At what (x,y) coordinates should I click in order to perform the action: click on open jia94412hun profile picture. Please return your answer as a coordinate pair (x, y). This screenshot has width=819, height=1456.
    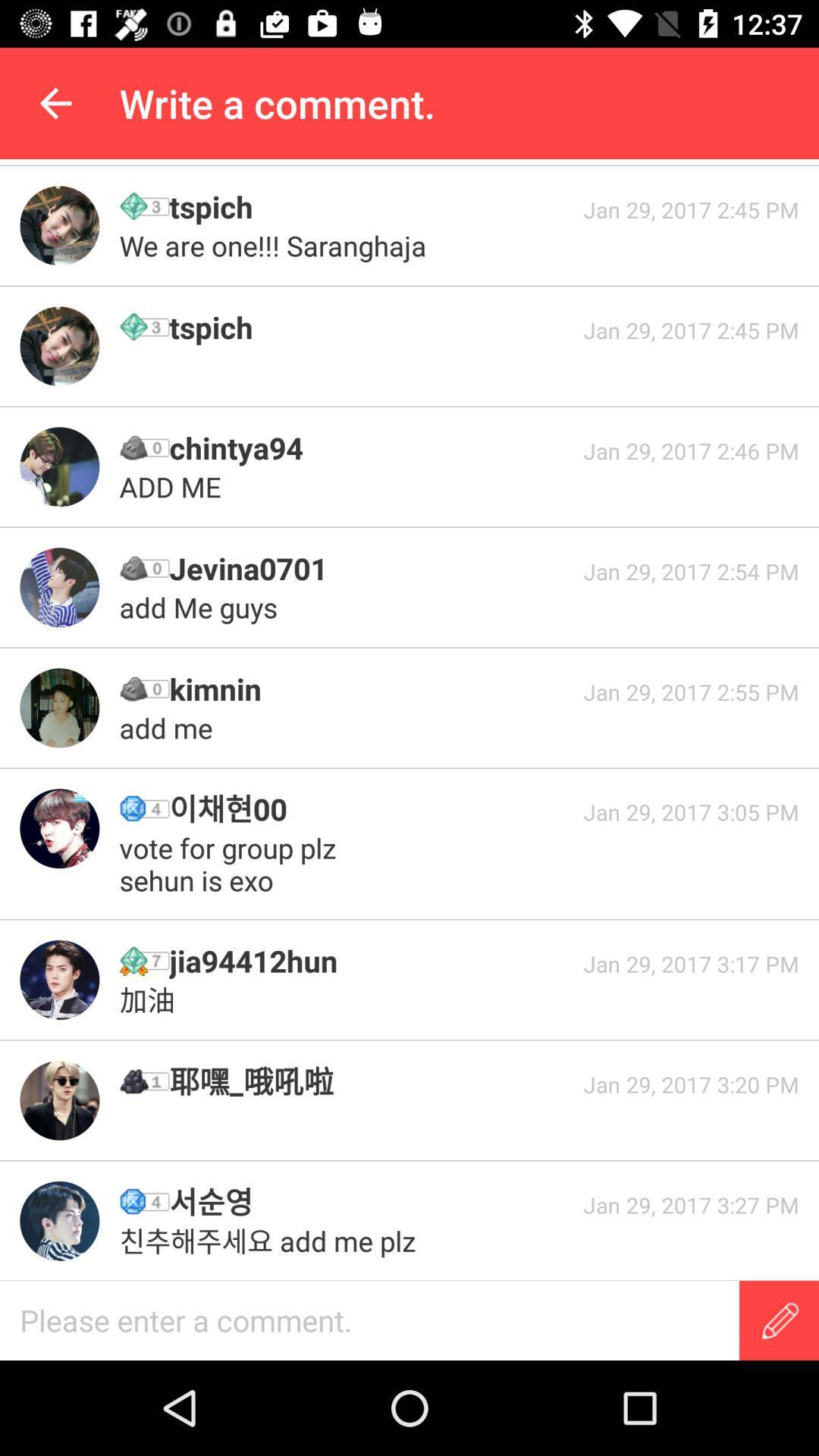
    Looking at the image, I should click on (58, 980).